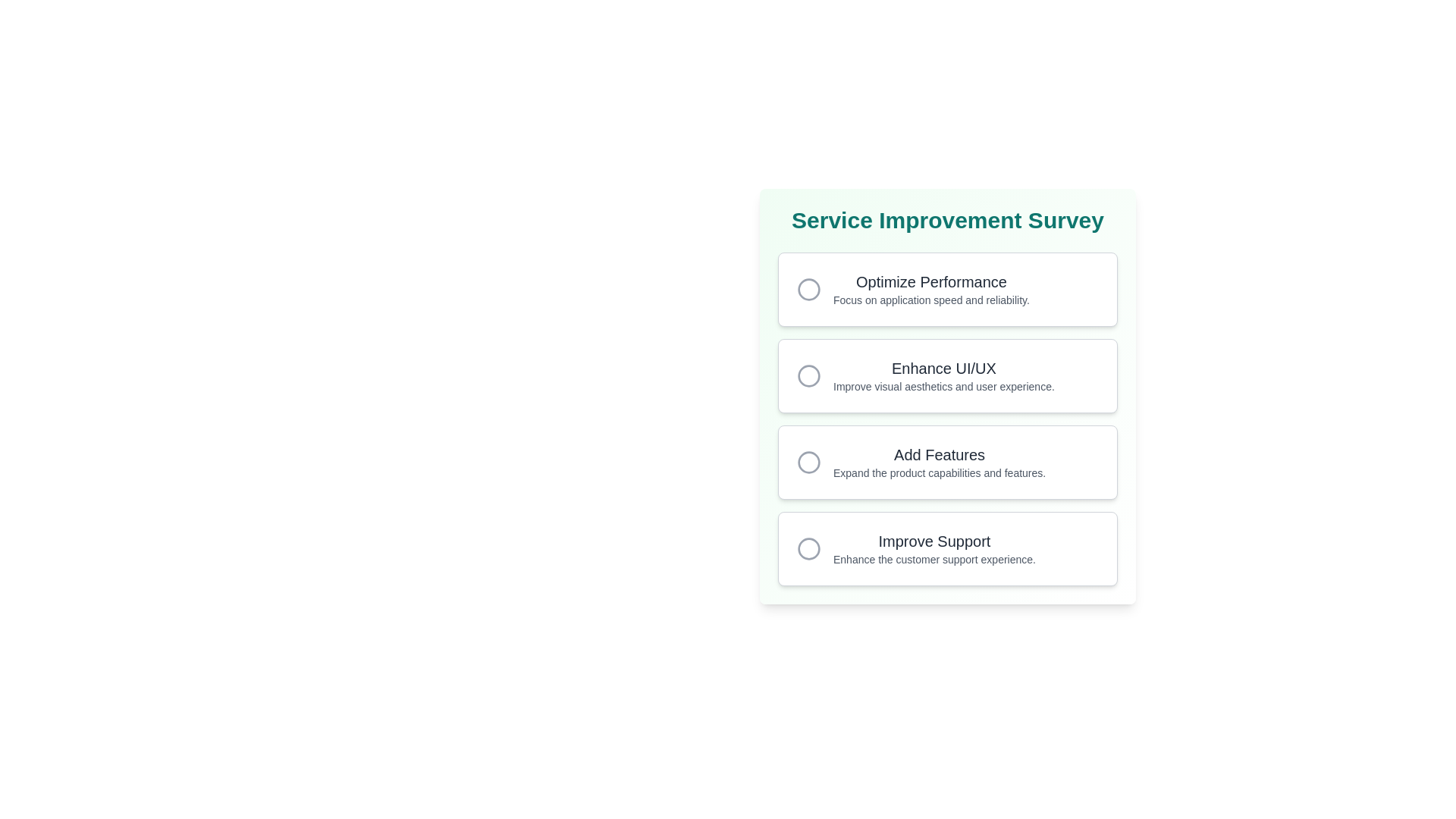 The height and width of the screenshot is (819, 1456). Describe the element at coordinates (934, 549) in the screenshot. I see `text content of the descriptive label located in the fourth clickable box of the 'Service Improvement Survey' section, positioned below the 'Add Features' option` at that location.